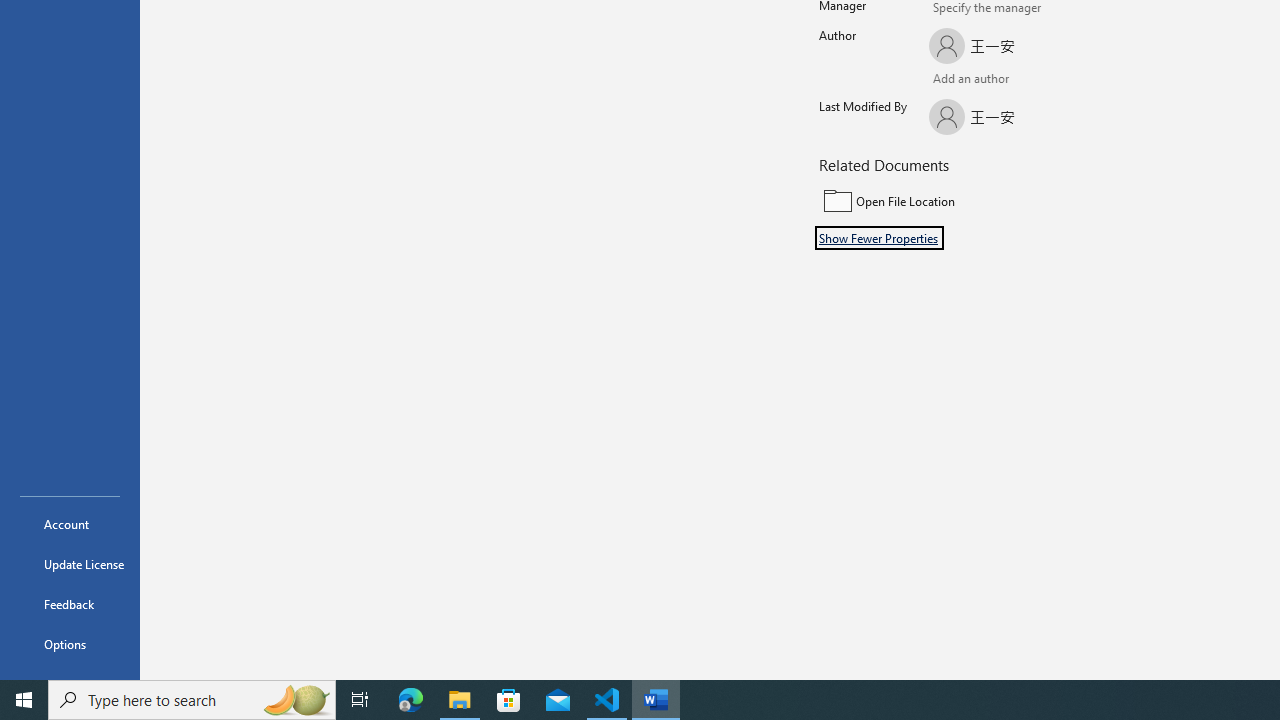 This screenshot has width=1280, height=720. Describe the element at coordinates (69, 564) in the screenshot. I see `'Update License'` at that location.